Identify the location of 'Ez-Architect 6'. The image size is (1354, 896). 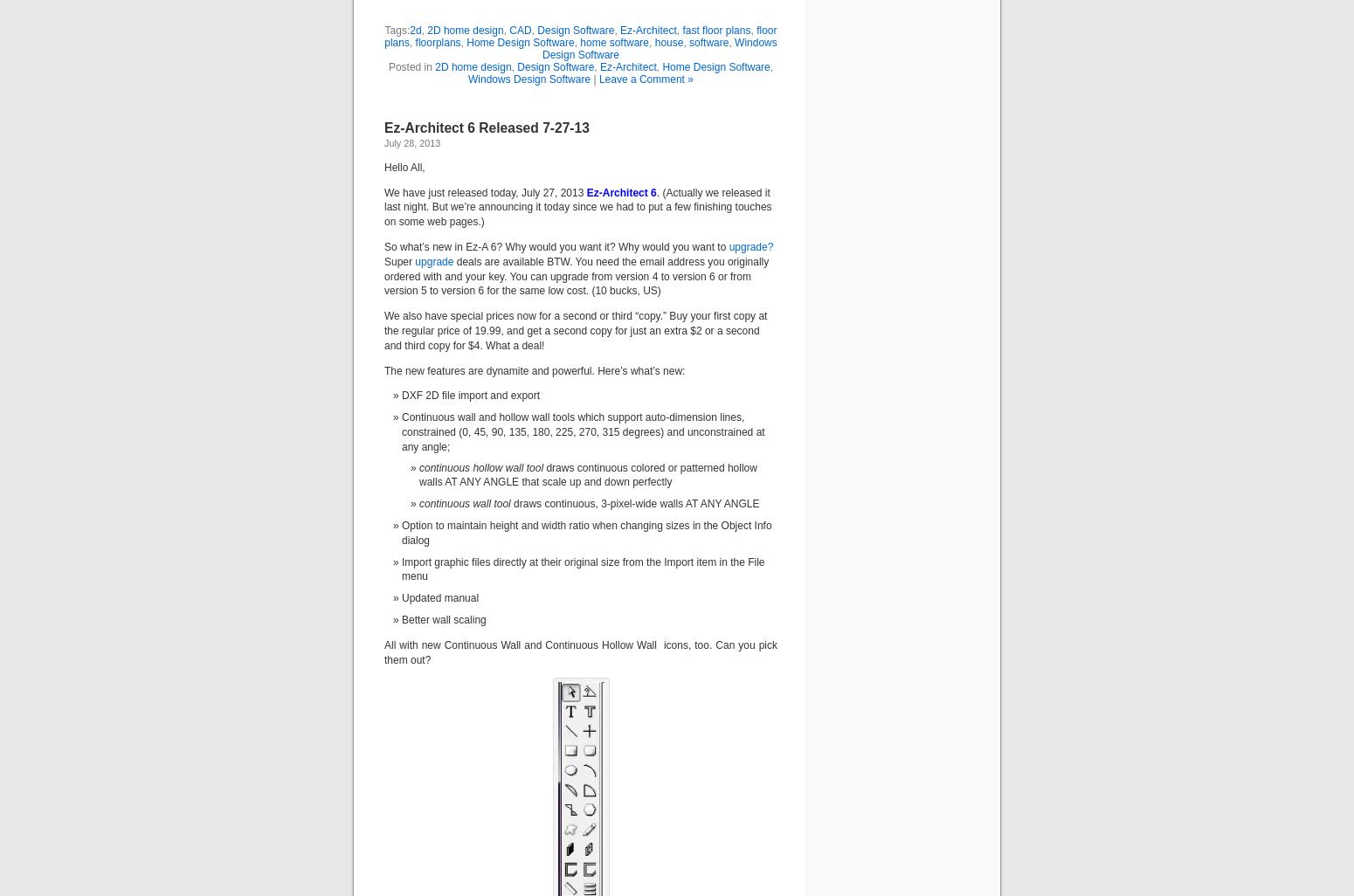
(583, 191).